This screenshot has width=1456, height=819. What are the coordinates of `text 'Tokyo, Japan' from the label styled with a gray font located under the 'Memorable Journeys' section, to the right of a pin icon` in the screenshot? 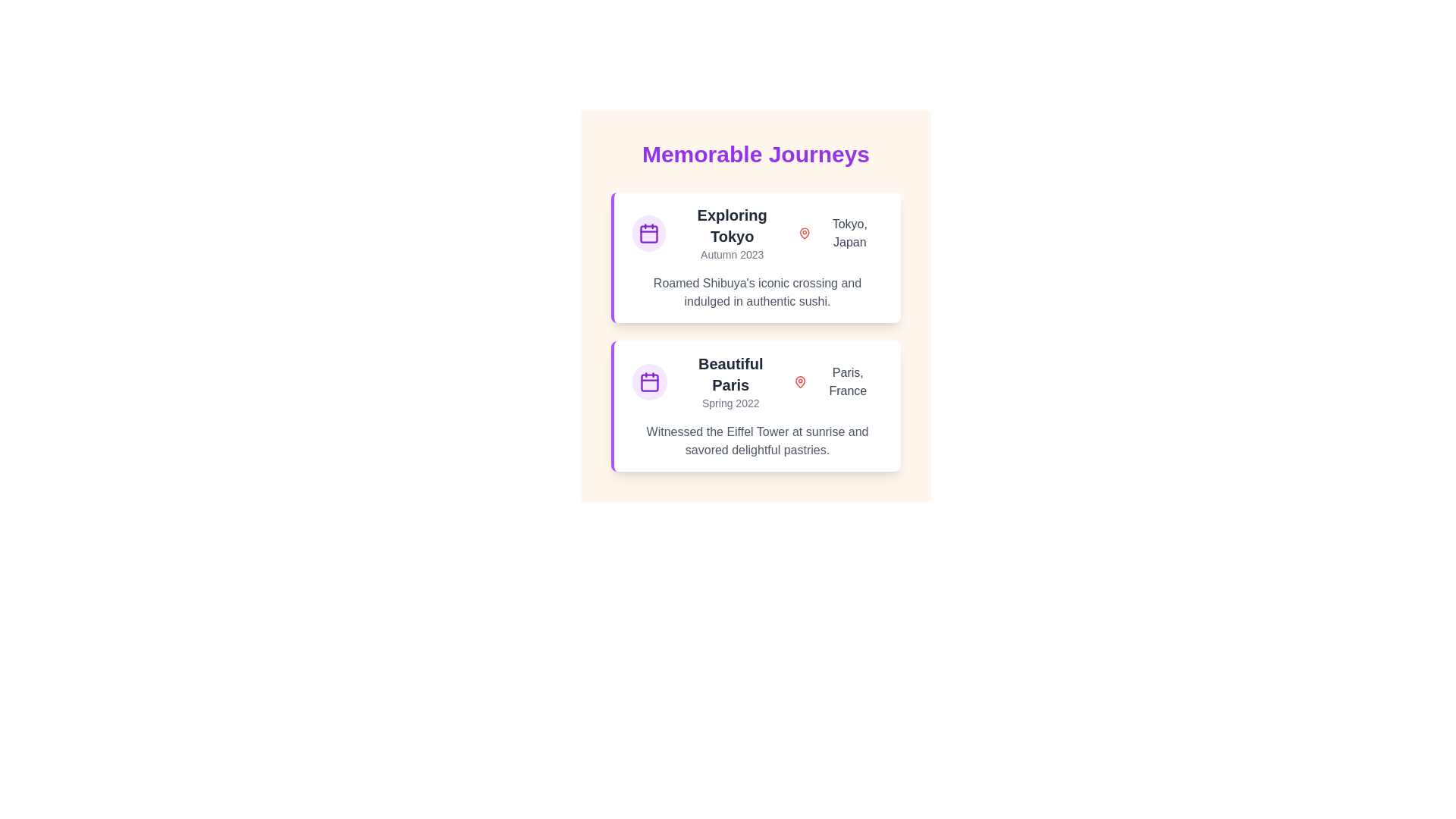 It's located at (849, 234).